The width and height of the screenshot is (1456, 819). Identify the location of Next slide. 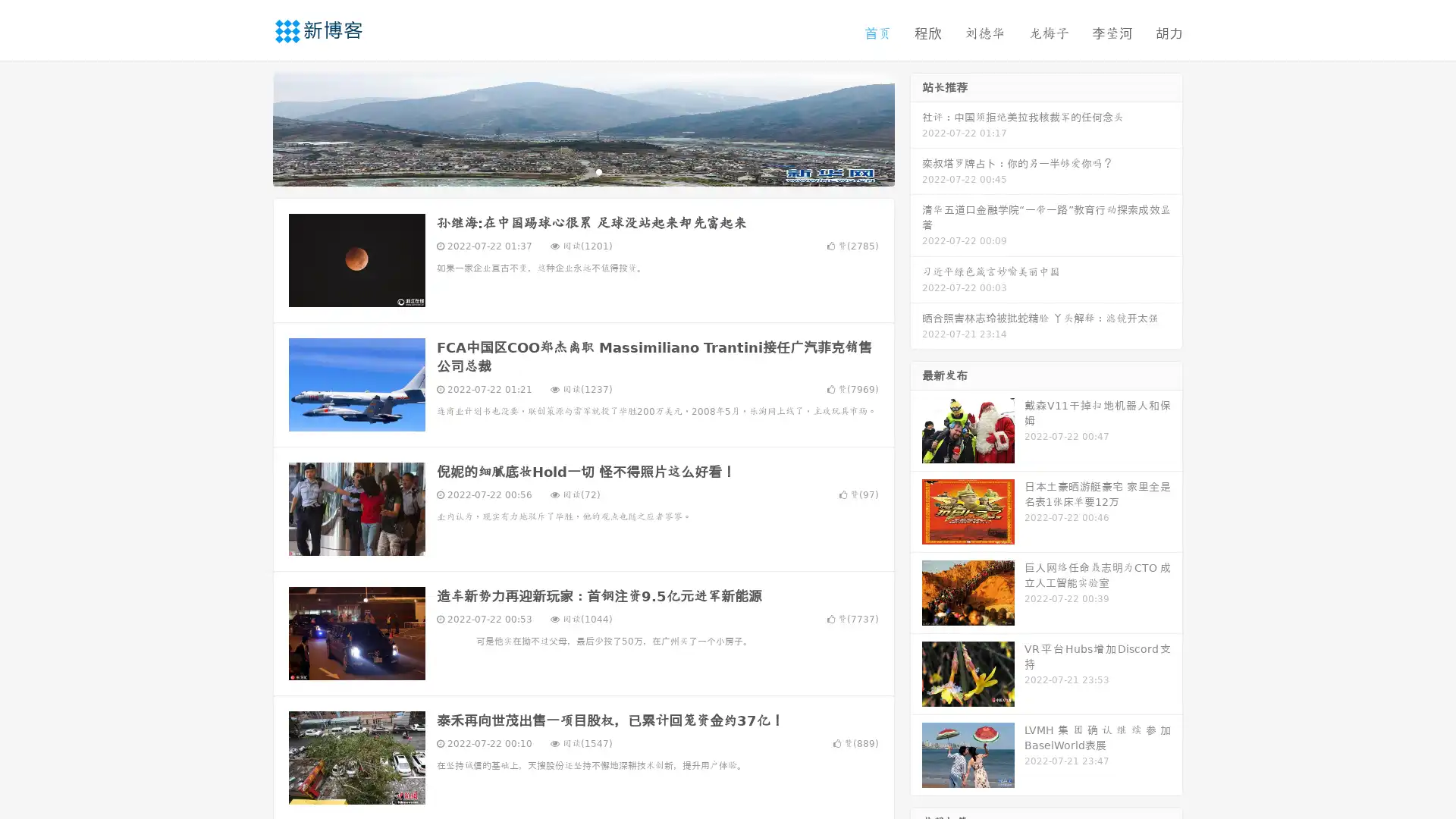
(916, 127).